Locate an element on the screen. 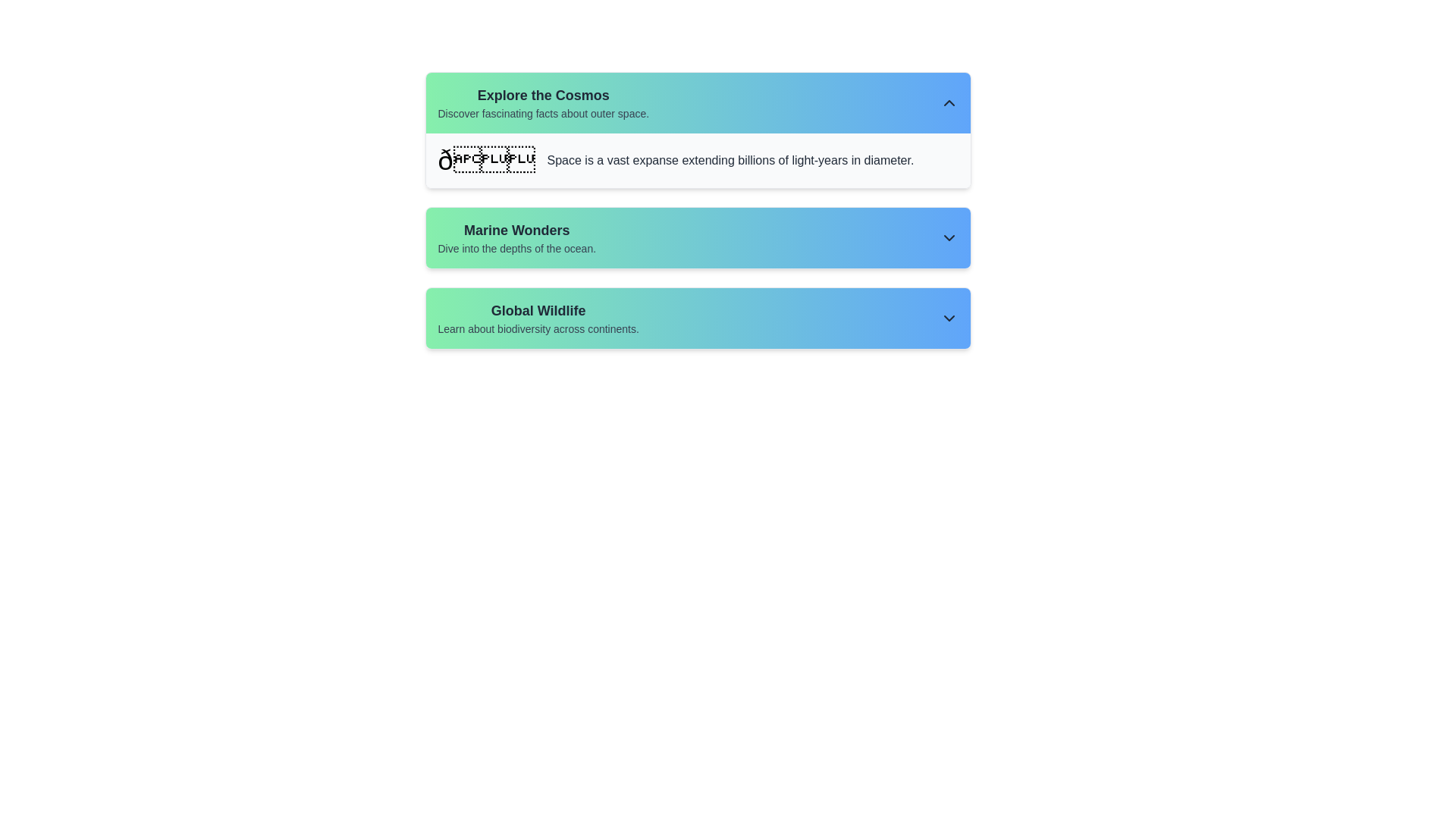  the Text label that serves as the title or heading for the section, positioned above the descriptive text 'Learn about biodiversity across continents.' is located at coordinates (538, 309).